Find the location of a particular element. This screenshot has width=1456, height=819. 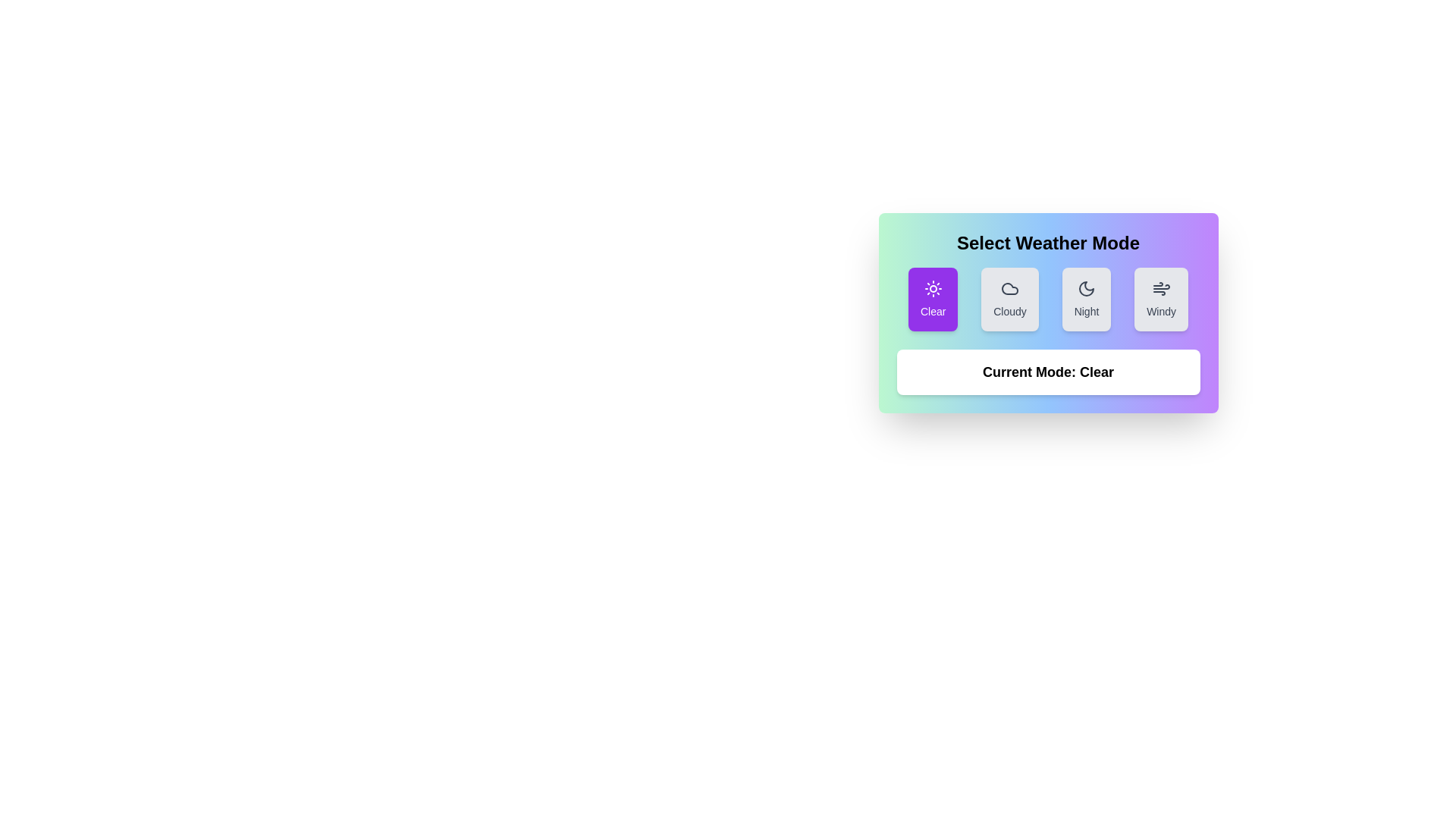

the wind symbol icon located at the top center of the 'Windy' button within the weather mode buttons group is located at coordinates (1160, 289).